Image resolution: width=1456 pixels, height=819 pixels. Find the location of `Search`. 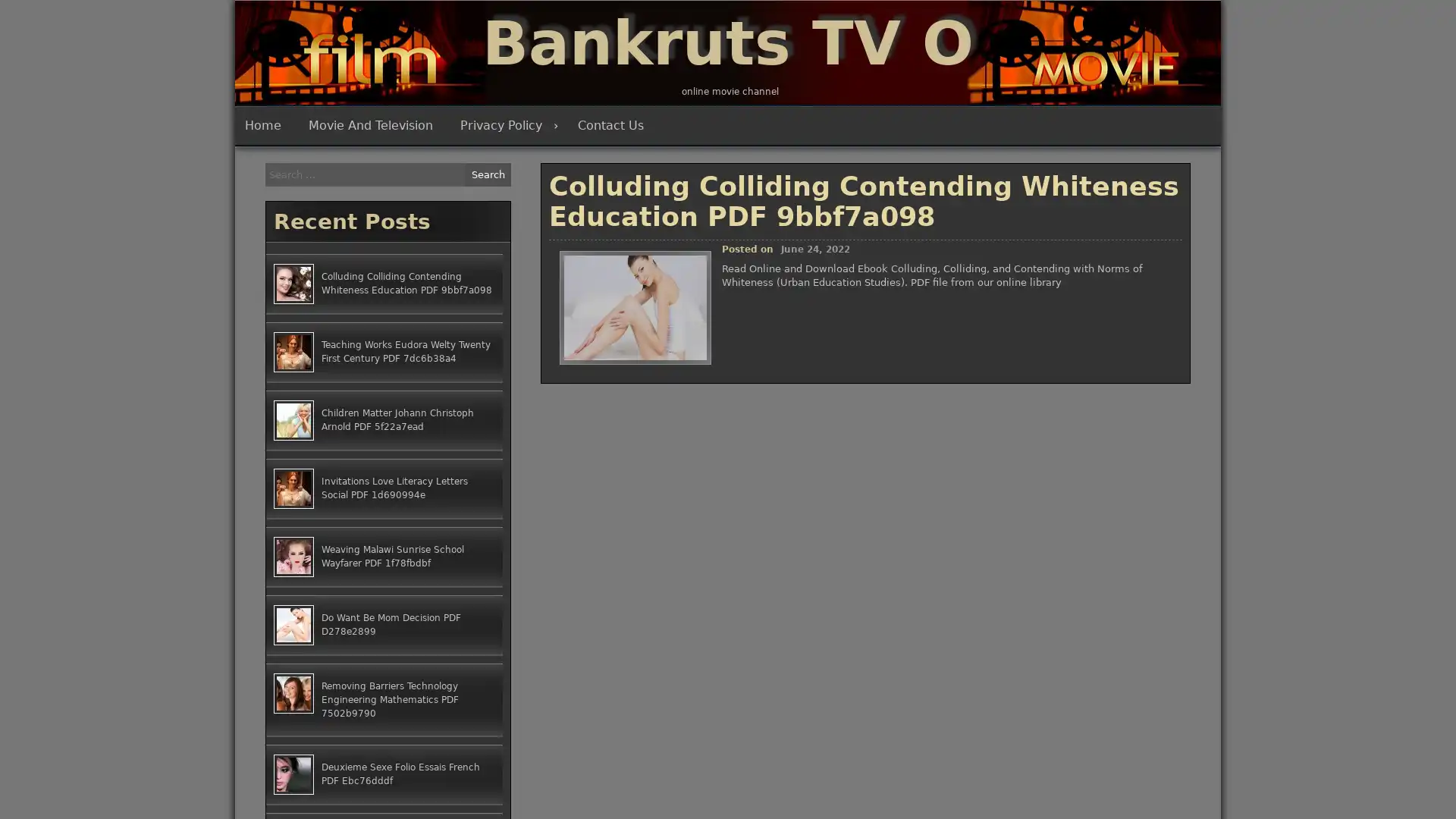

Search is located at coordinates (488, 174).